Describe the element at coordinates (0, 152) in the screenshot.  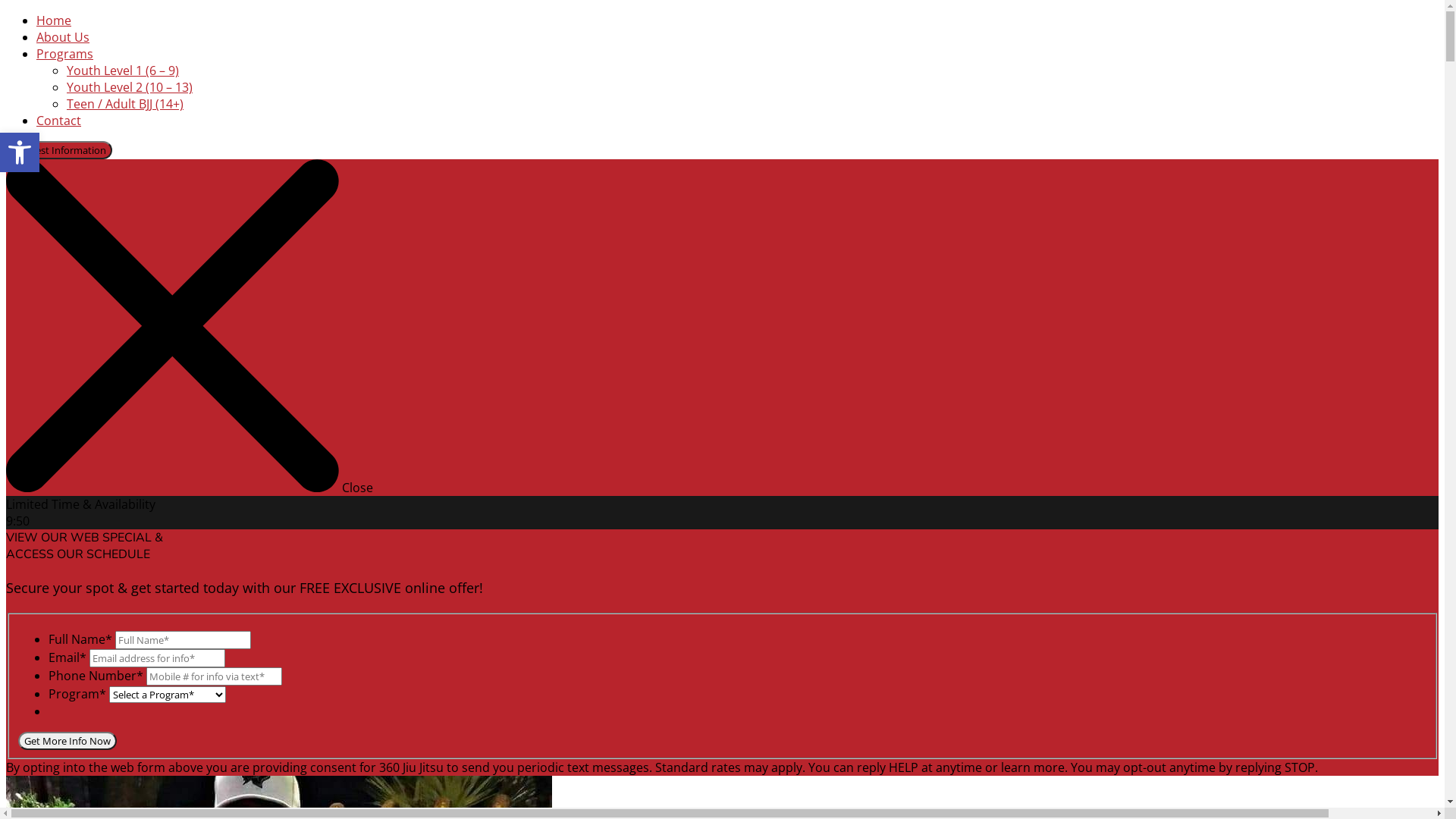
I see `'Open toolbar` at that location.